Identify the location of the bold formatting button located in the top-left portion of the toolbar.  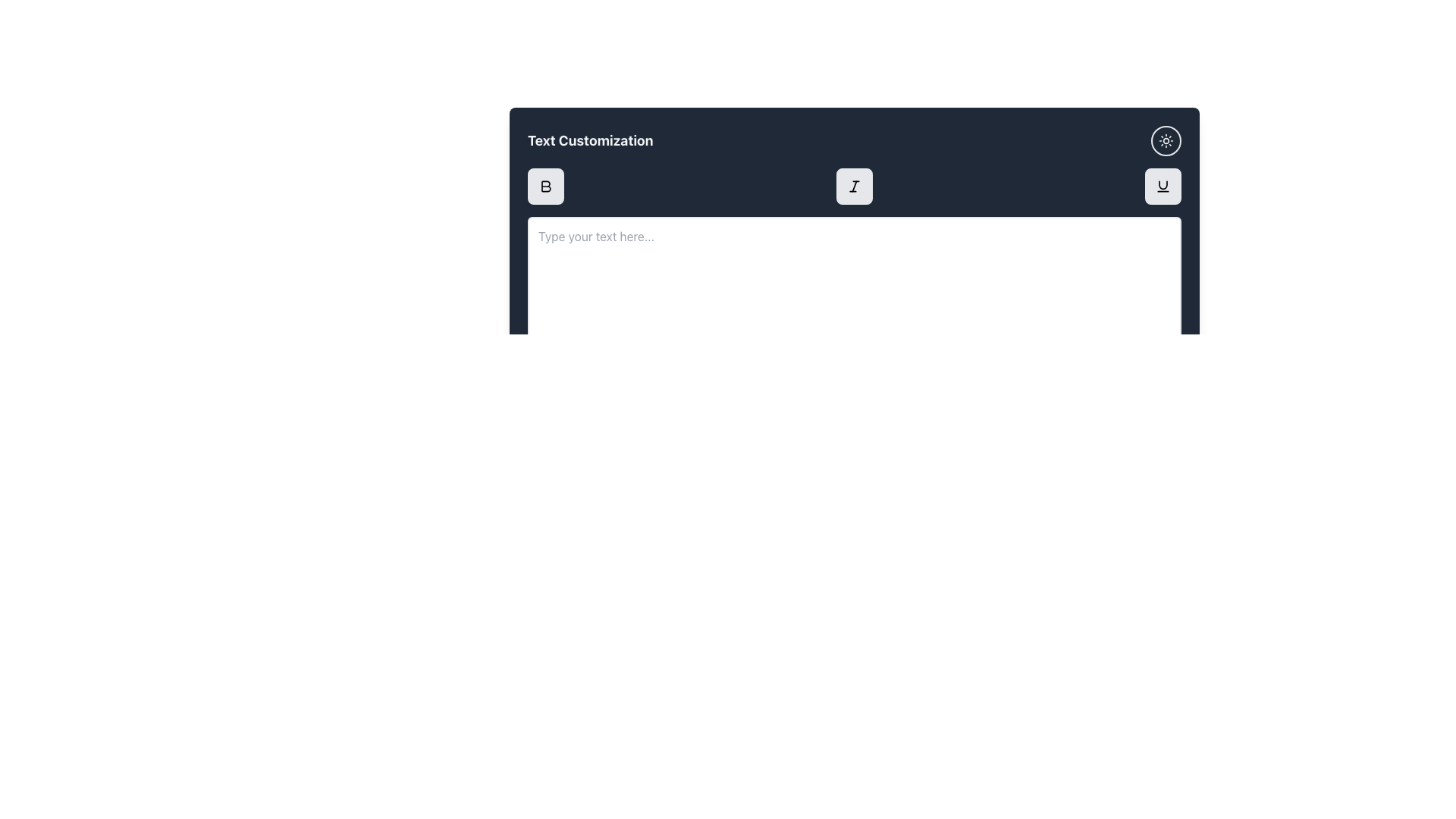
(546, 186).